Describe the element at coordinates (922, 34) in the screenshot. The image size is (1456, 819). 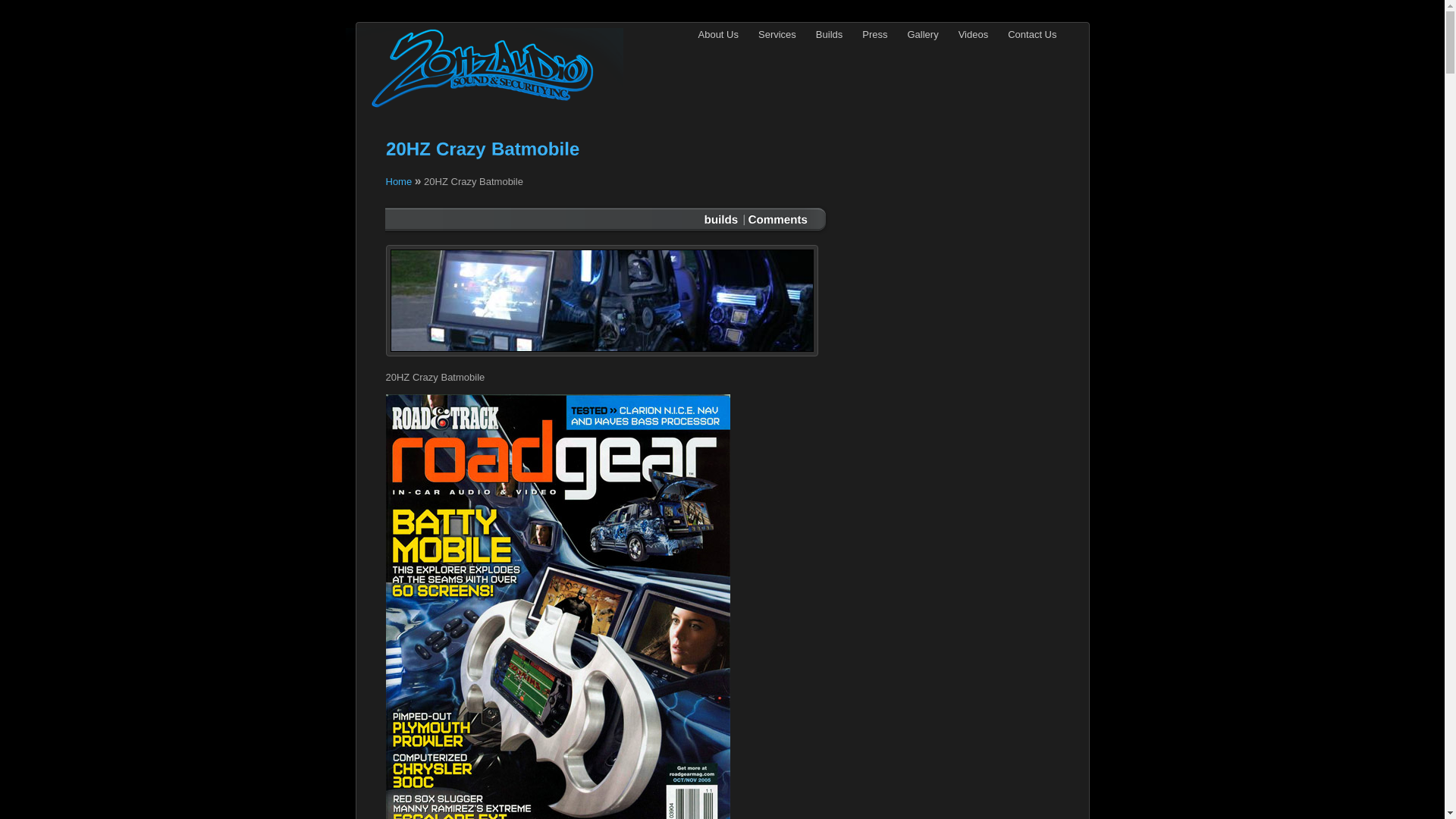
I see `'Gallery'` at that location.